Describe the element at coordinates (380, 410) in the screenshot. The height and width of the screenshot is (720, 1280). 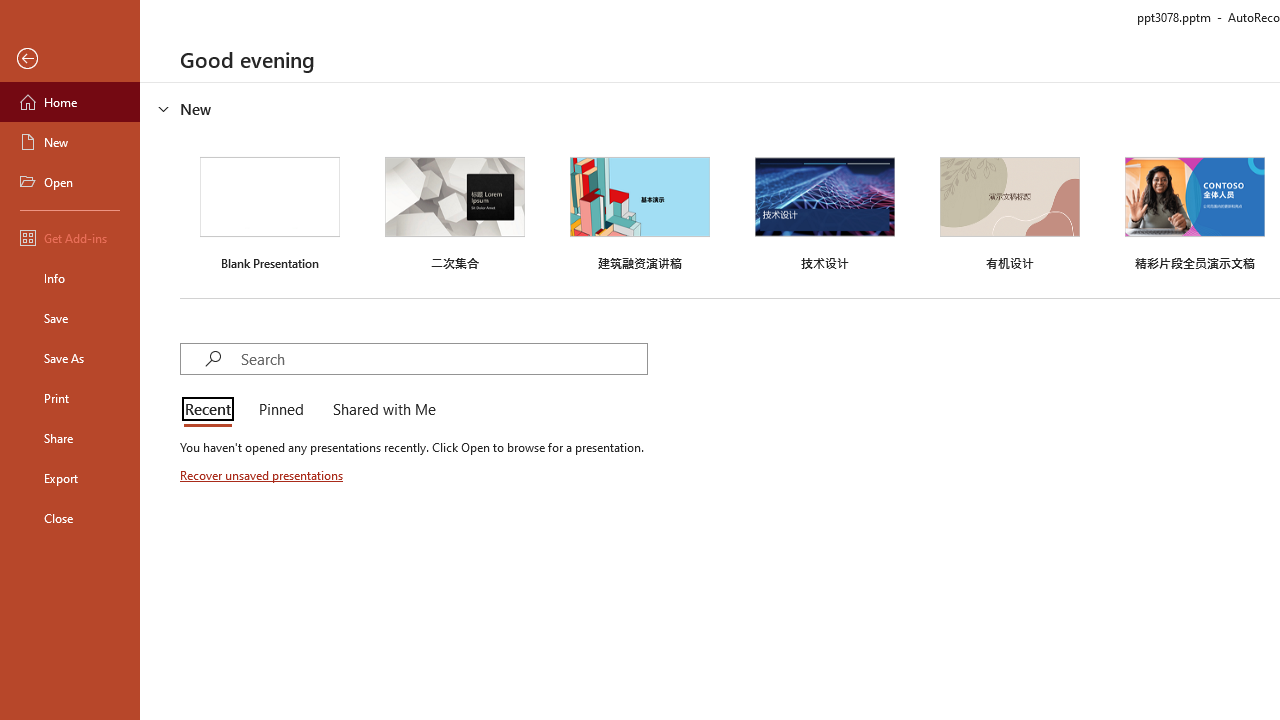
I see `'Shared with Me'` at that location.